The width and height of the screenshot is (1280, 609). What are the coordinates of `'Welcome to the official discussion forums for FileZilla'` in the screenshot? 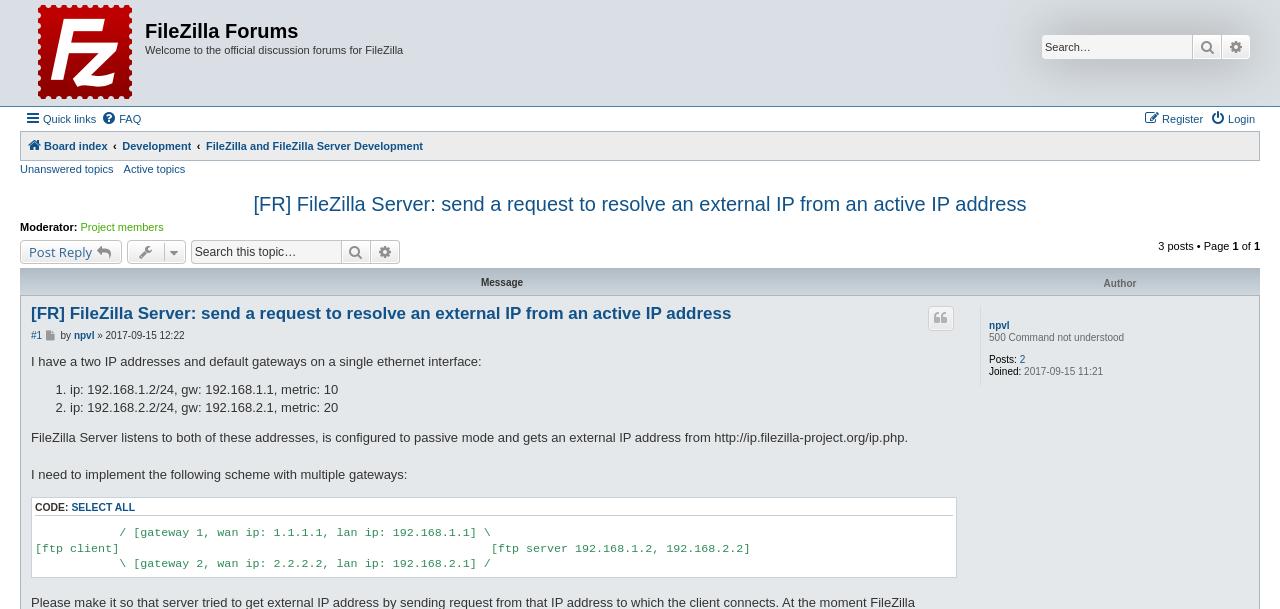 It's located at (273, 48).